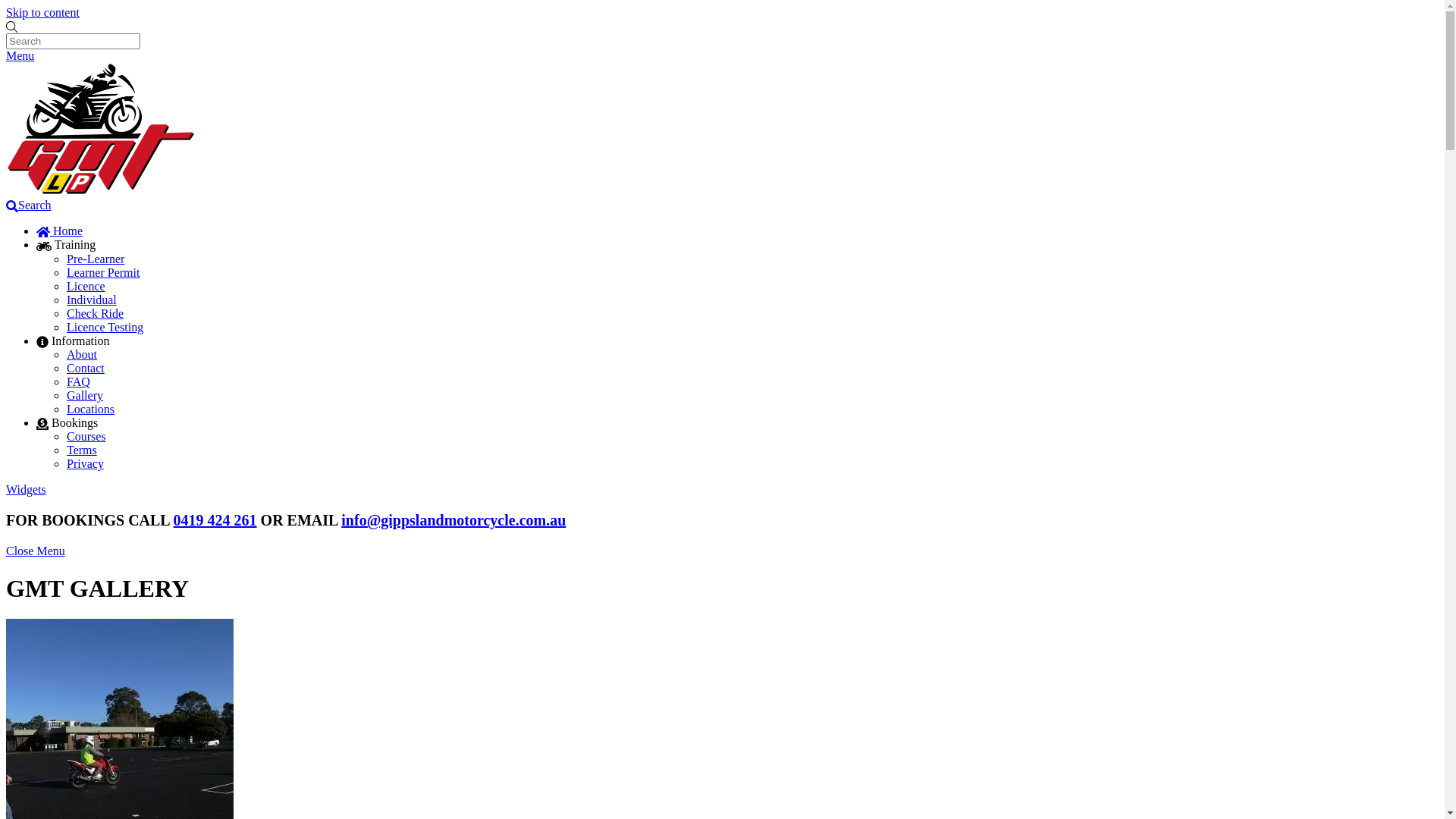 Image resolution: width=1456 pixels, height=819 pixels. Describe the element at coordinates (86, 436) in the screenshot. I see `'Courses'` at that location.